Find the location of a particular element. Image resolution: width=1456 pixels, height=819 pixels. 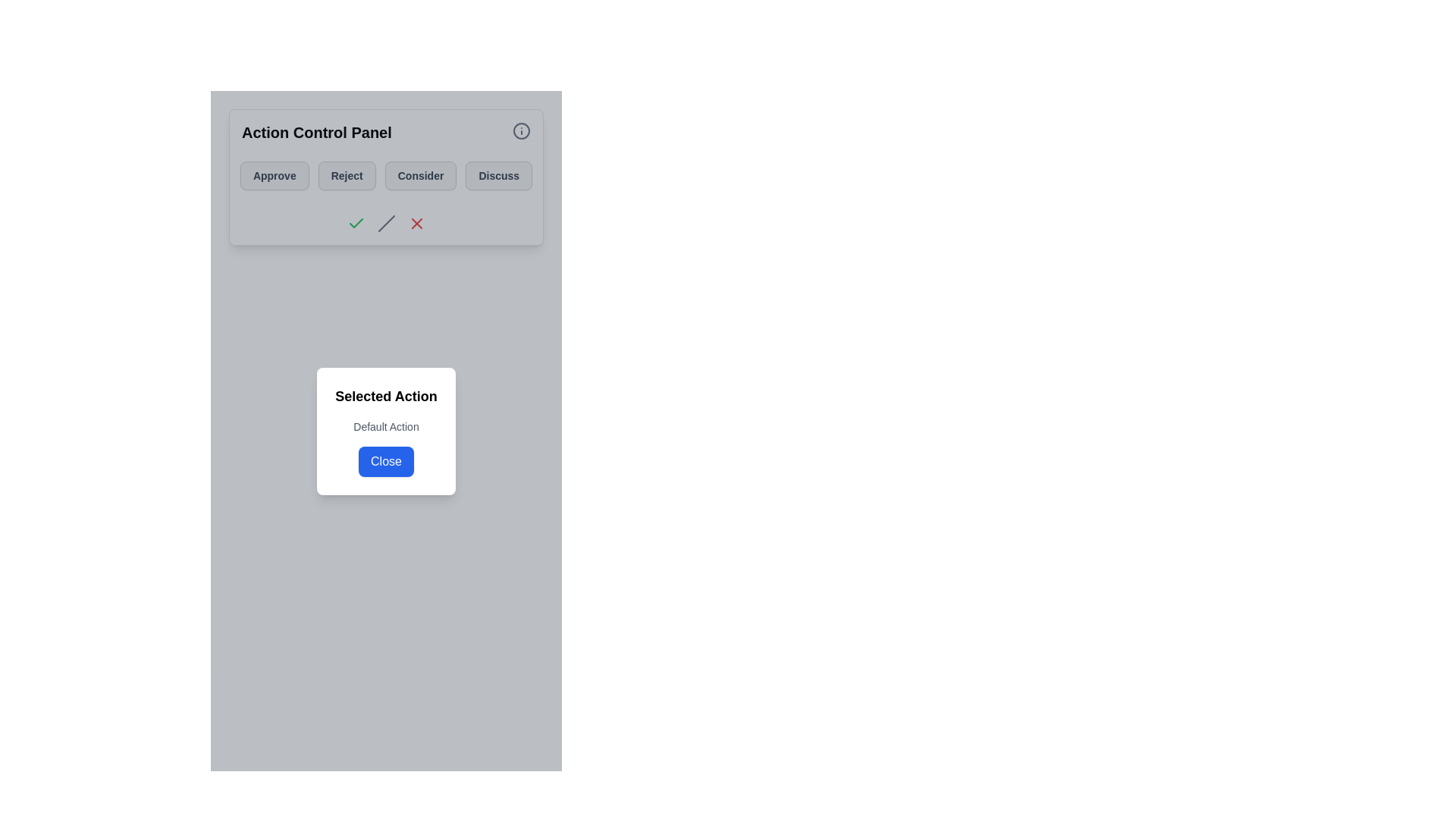

the circular gray information icon next to the 'Action Control Panel' header text is located at coordinates (386, 131).